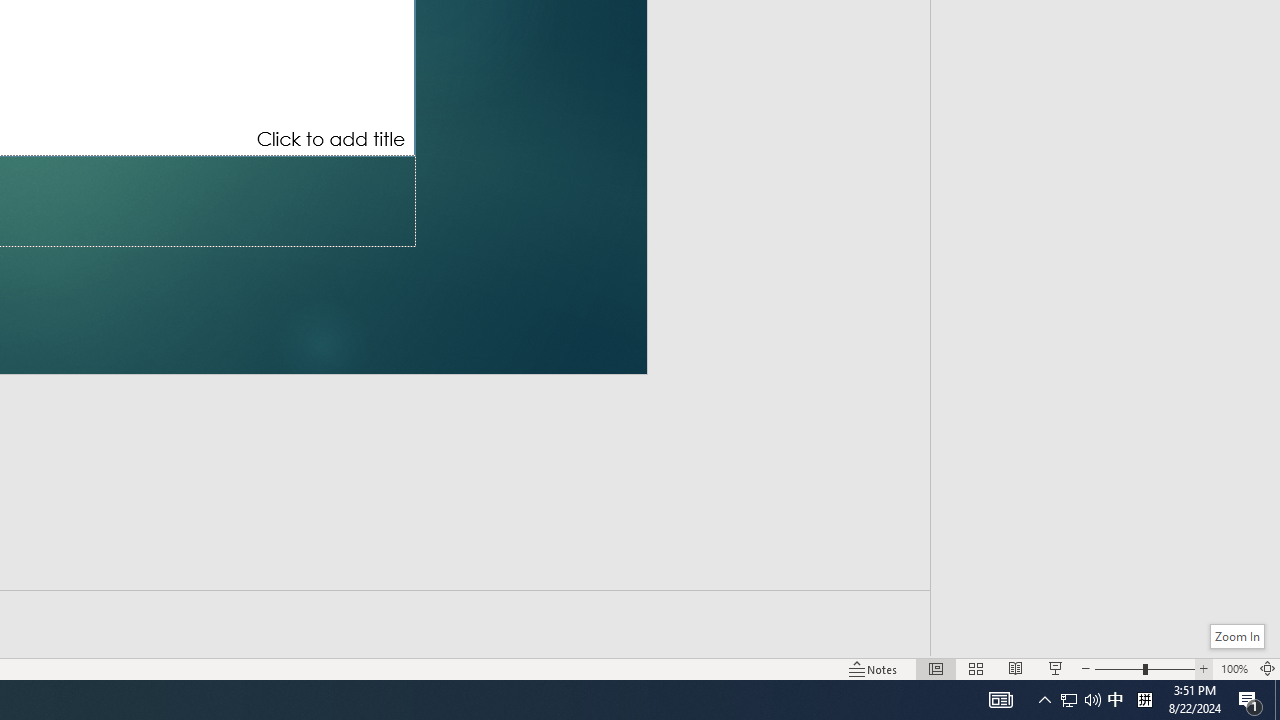 Image resolution: width=1280 pixels, height=720 pixels. I want to click on 'Zoom 100%', so click(1233, 669).